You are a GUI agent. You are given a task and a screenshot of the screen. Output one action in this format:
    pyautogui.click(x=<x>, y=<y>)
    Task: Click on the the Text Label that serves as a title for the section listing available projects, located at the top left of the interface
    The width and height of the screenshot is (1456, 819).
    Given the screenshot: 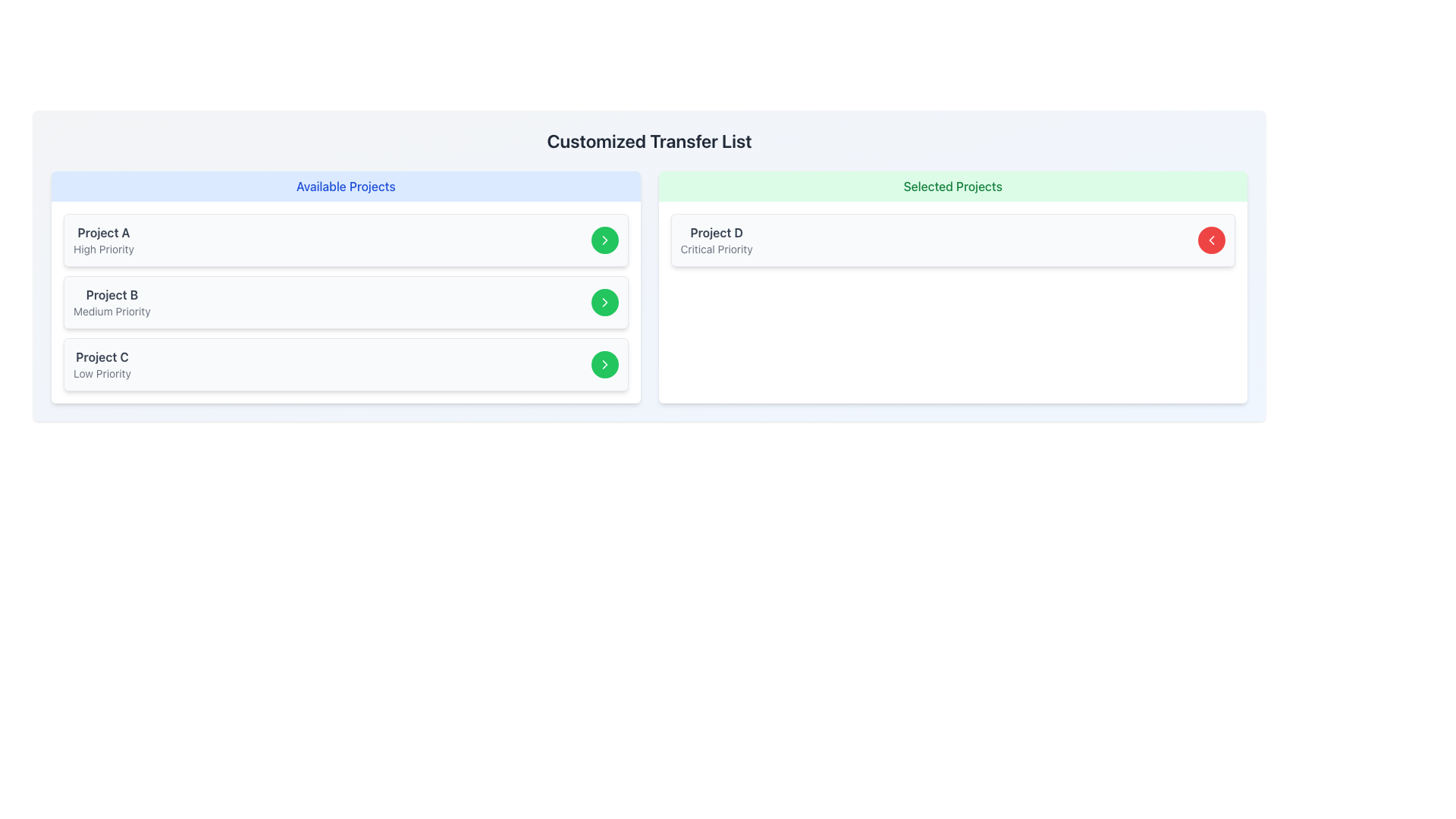 What is the action you would take?
    pyautogui.click(x=345, y=186)
    